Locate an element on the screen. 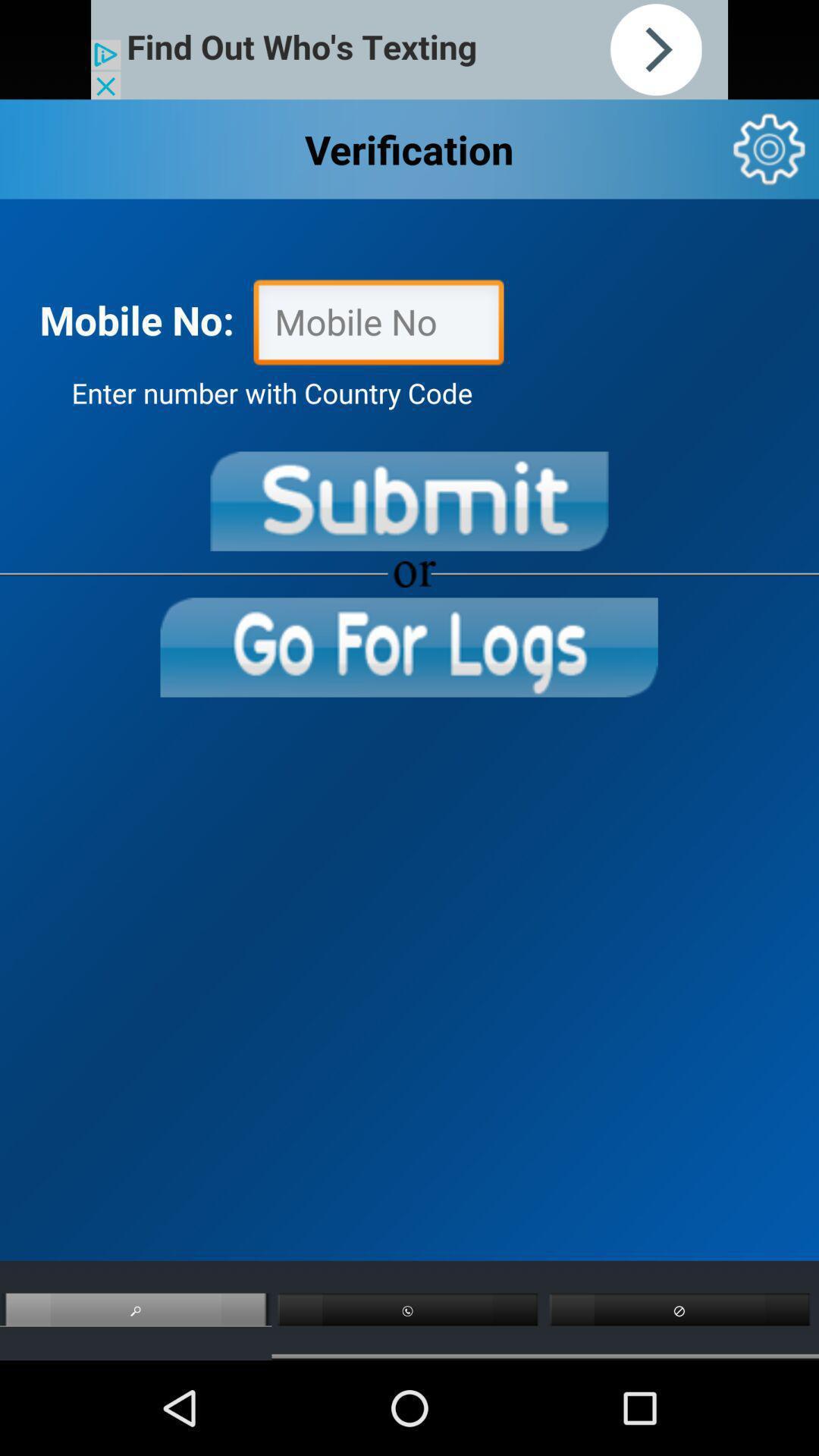 This screenshot has height=1456, width=819. go for logs button is located at coordinates (408, 647).